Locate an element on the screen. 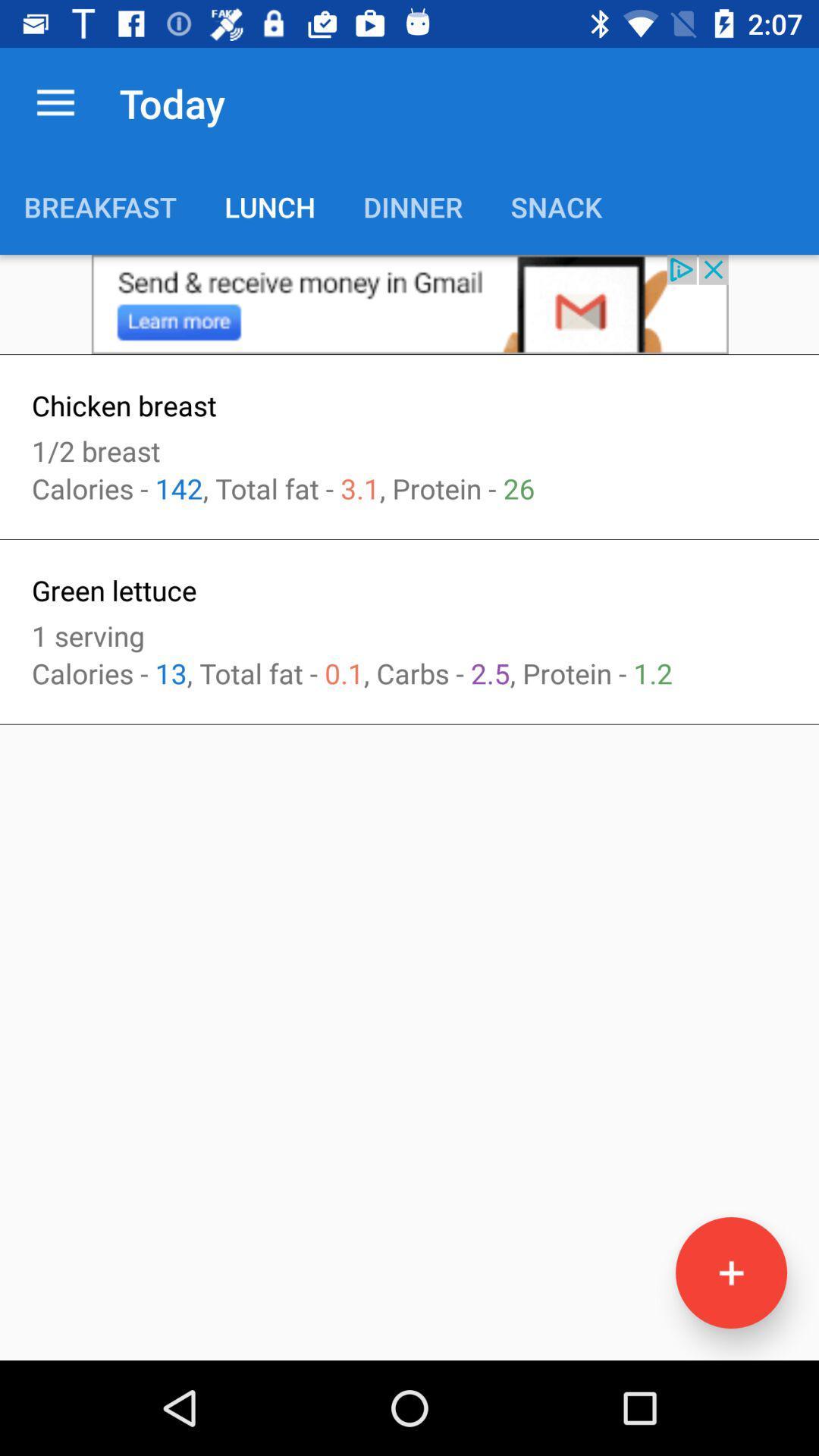  a receipe is located at coordinates (730, 1272).